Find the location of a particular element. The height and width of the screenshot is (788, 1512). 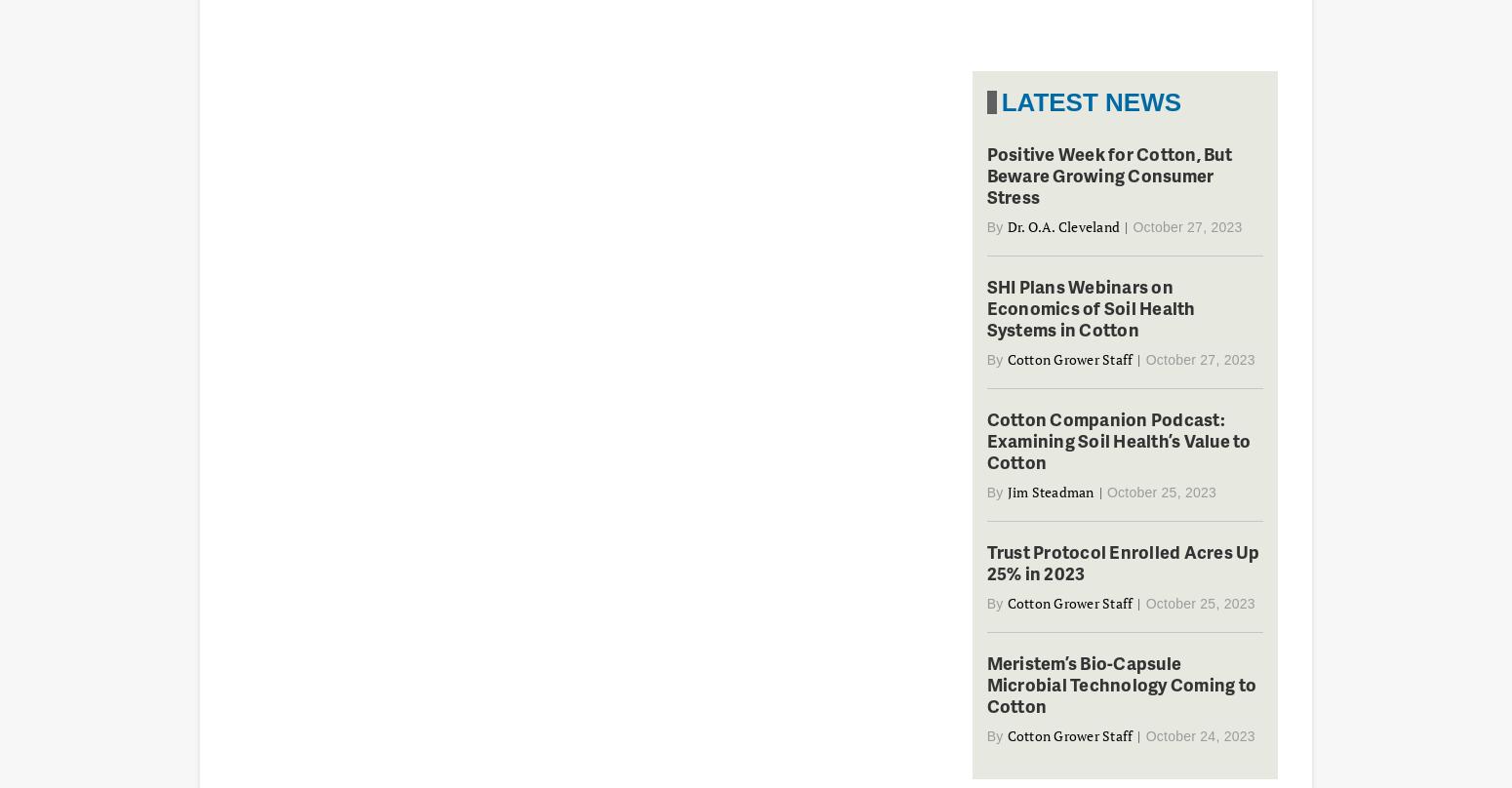

'Positive Week for Cotton, But Beware Growing Consumer Stress' is located at coordinates (1107, 174).